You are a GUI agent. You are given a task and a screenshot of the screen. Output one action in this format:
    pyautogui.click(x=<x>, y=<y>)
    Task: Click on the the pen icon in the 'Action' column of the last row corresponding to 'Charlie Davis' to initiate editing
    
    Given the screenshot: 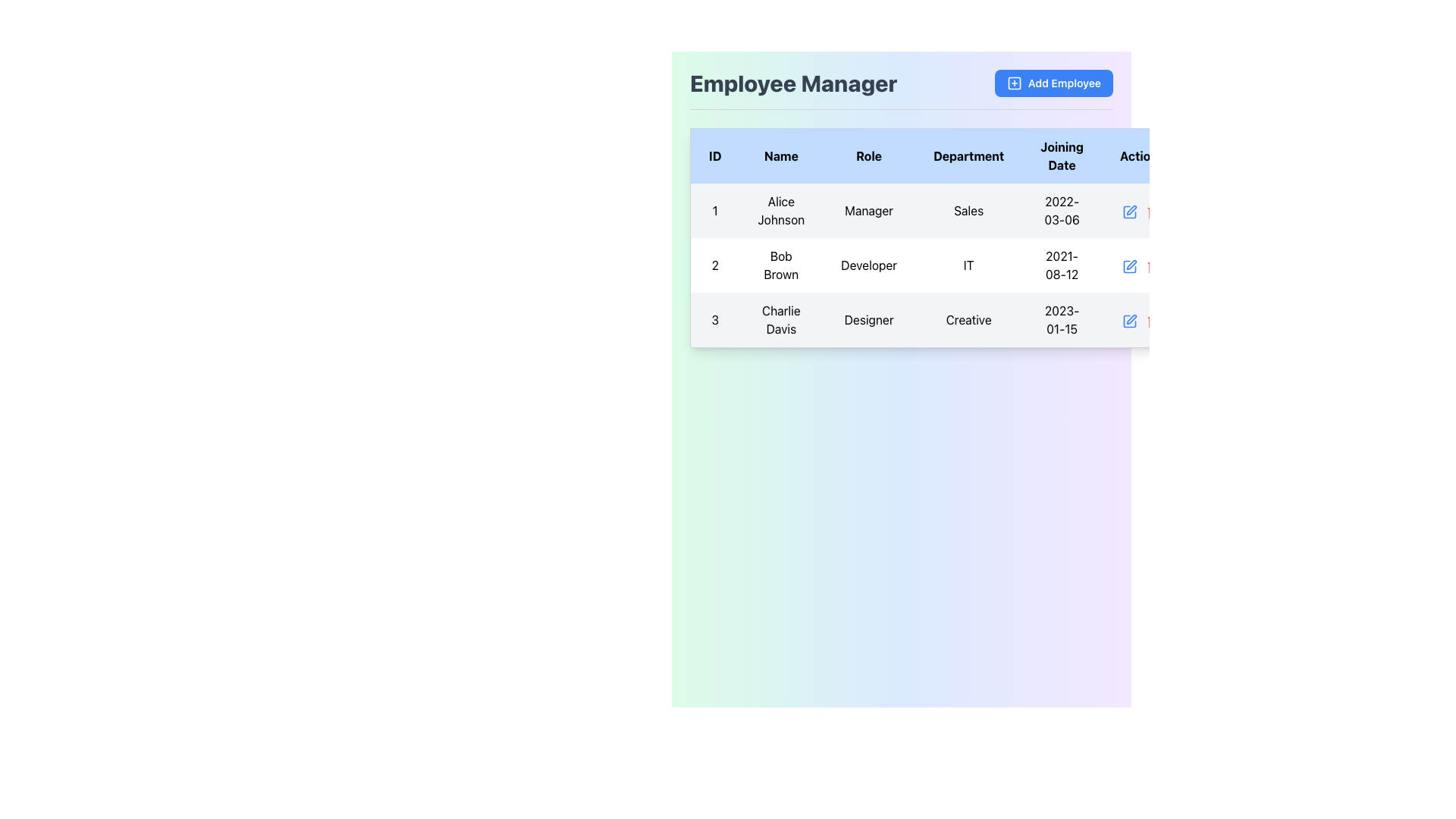 What is the action you would take?
    pyautogui.click(x=1131, y=318)
    